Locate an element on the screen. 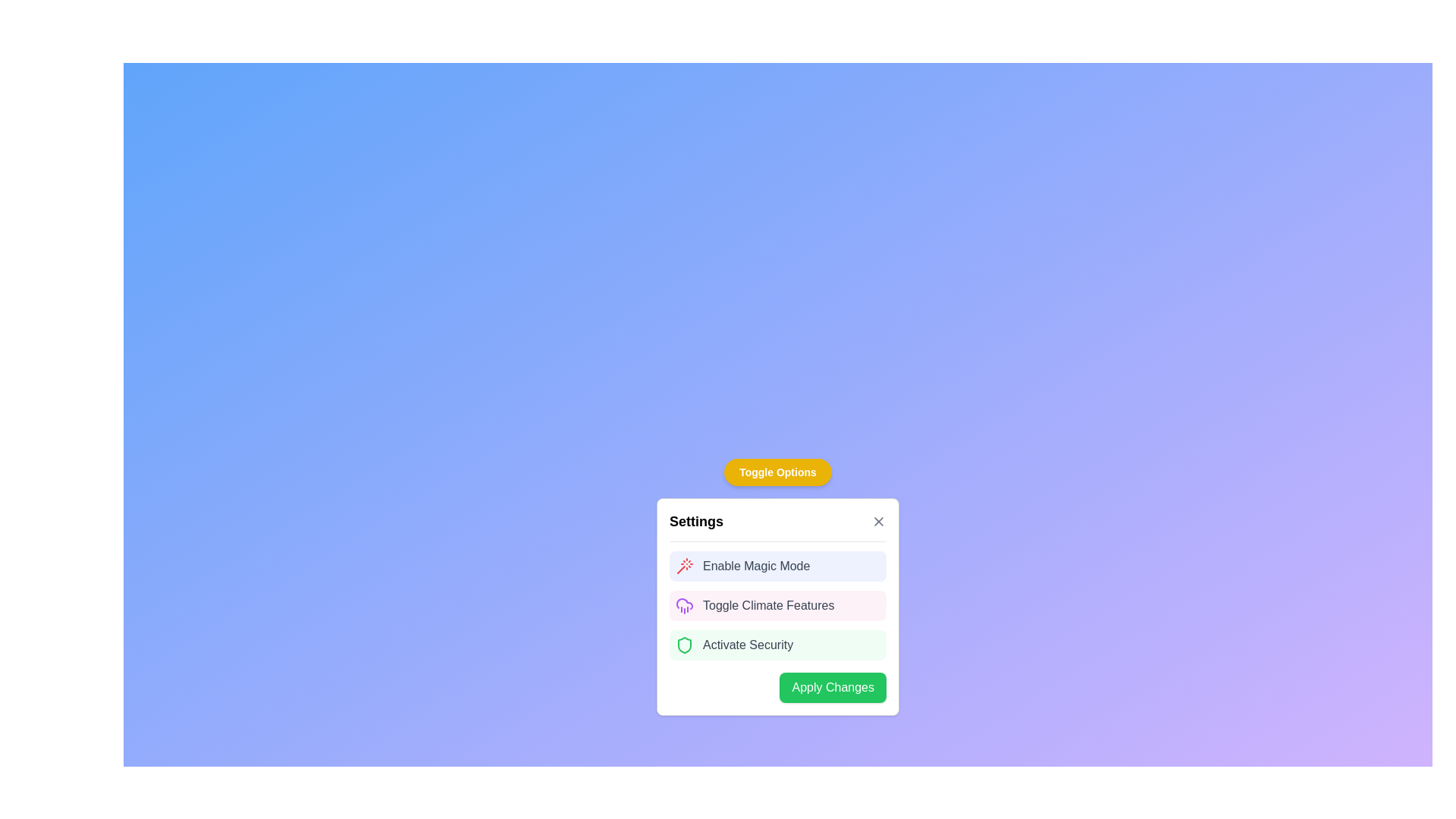 The height and width of the screenshot is (819, 1456). the purple cloud and rain icon located to the left of the 'Toggle Climate Features' text in the pink-highlighted section of the settings modal is located at coordinates (683, 604).